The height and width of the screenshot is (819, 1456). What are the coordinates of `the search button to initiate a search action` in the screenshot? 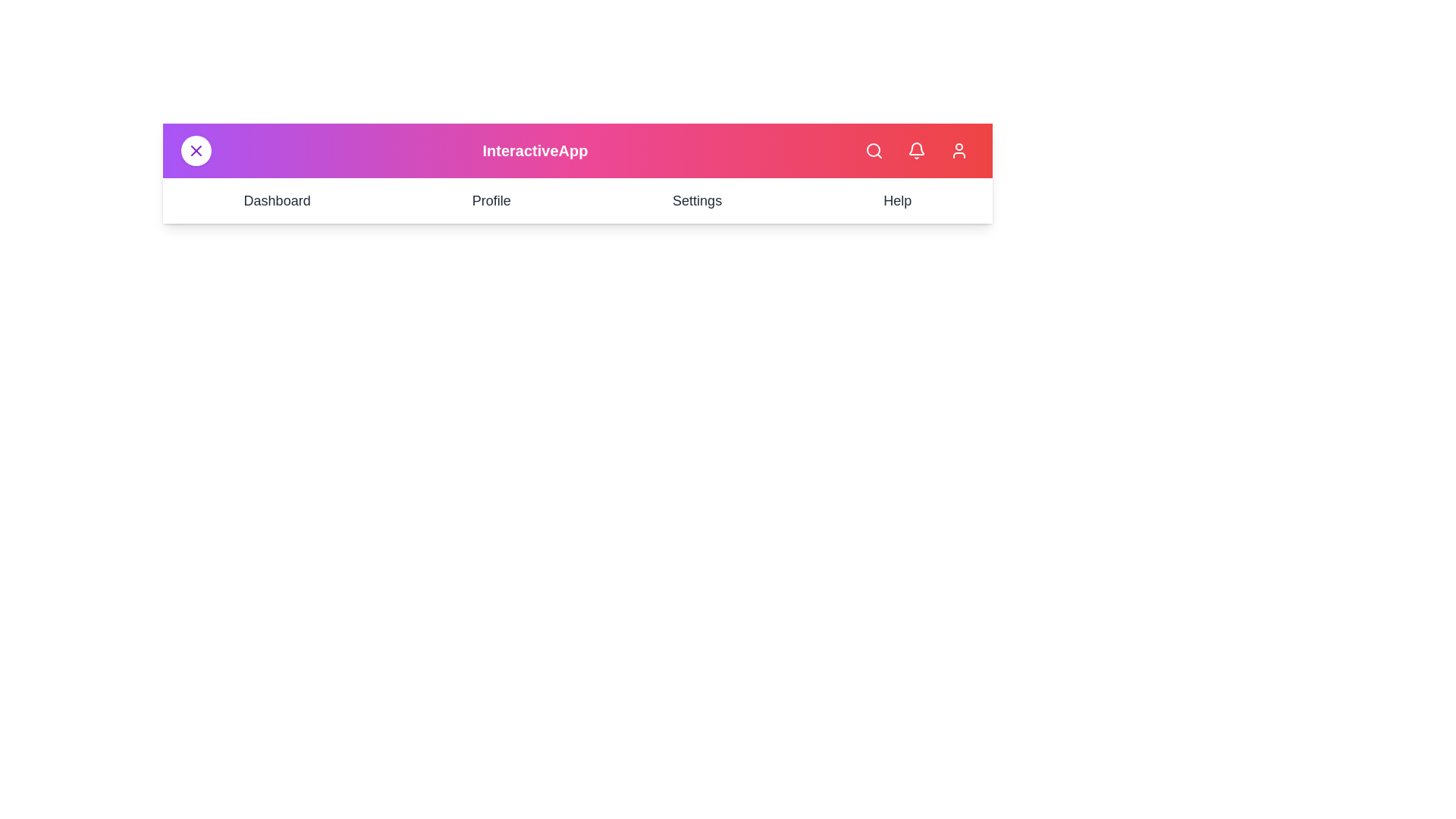 It's located at (874, 151).